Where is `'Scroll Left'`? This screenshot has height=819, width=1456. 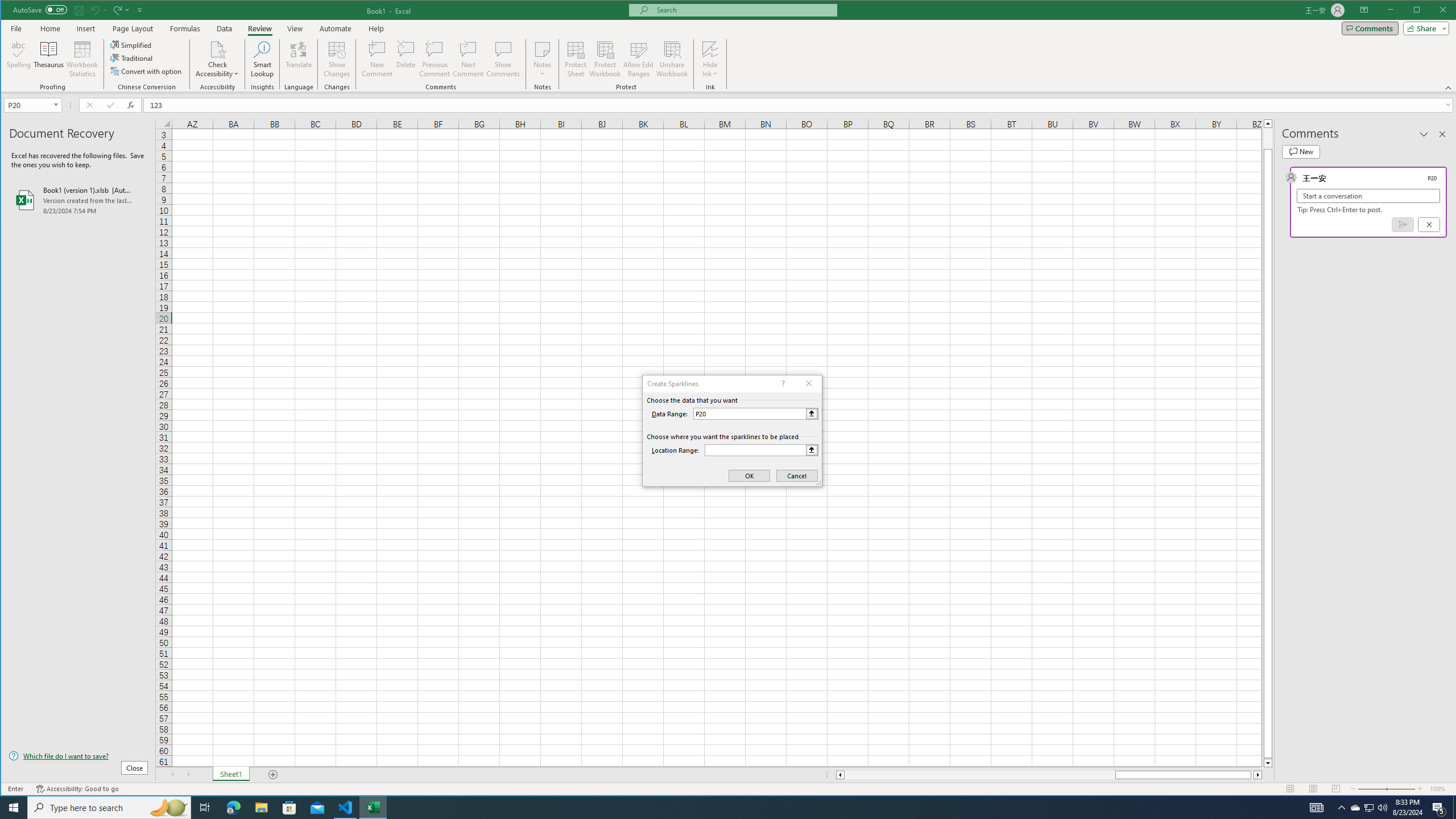
'Scroll Left' is located at coordinates (172, 775).